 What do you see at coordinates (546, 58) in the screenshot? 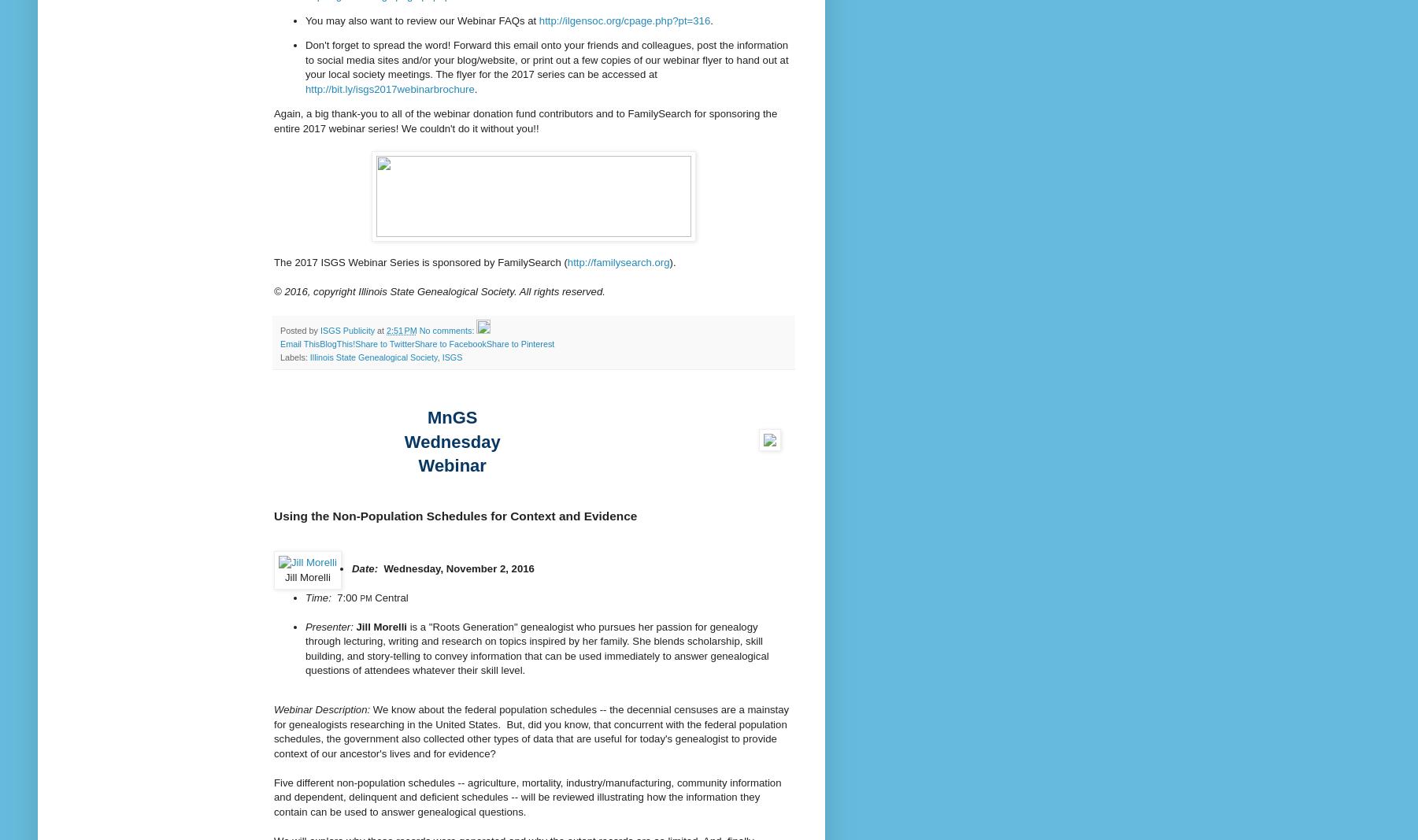
I see `'Don't forget to spread the word! Forward this email onto your friends and colleagues, post the information to social media sites and/or your blog/website, or print out a few copies of our webinar flyer to hand out at your local society meetings. The flyer for the 2017 series can be accessed at'` at bounding box center [546, 58].